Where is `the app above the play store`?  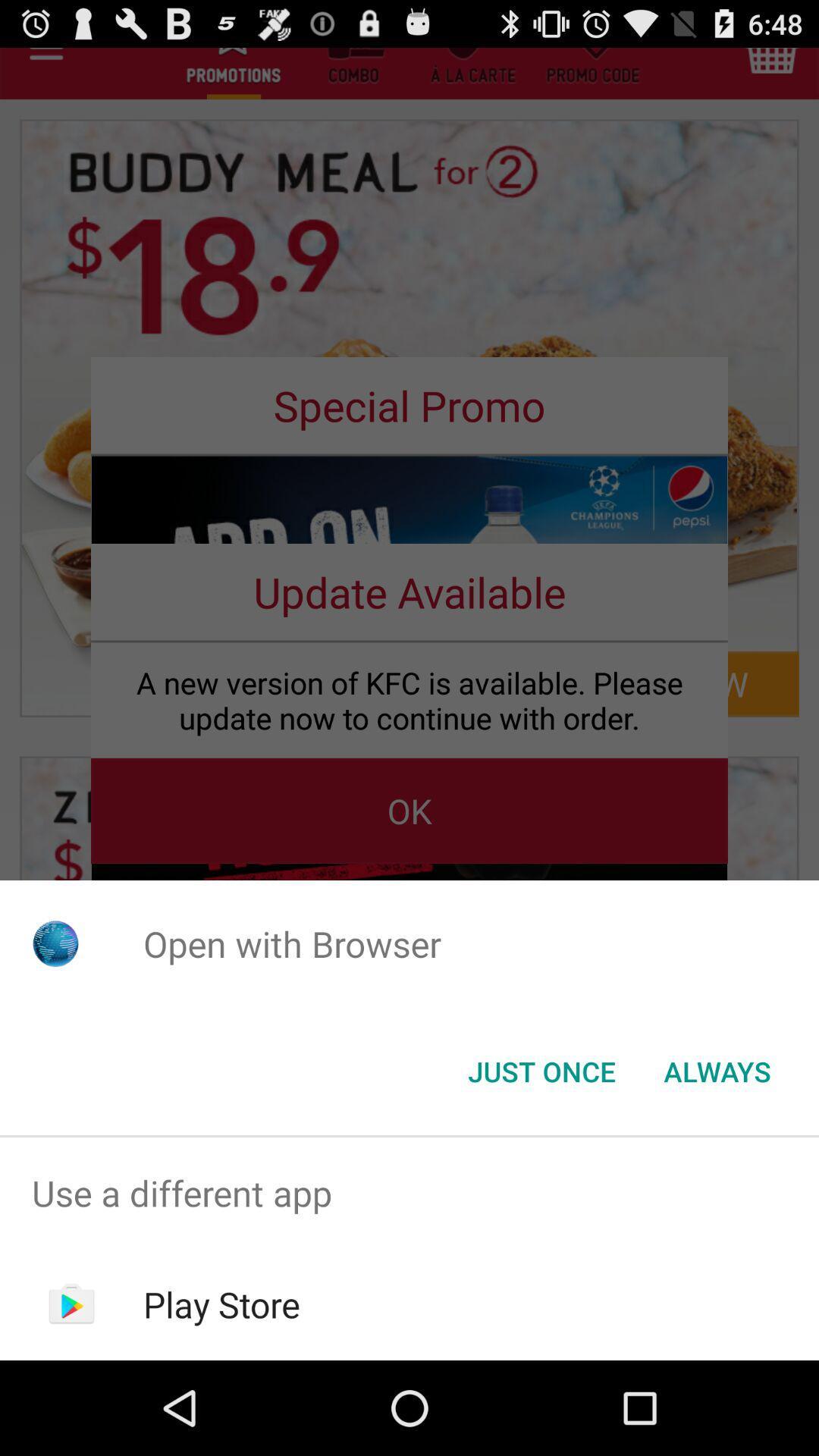
the app above the play store is located at coordinates (409, 1192).